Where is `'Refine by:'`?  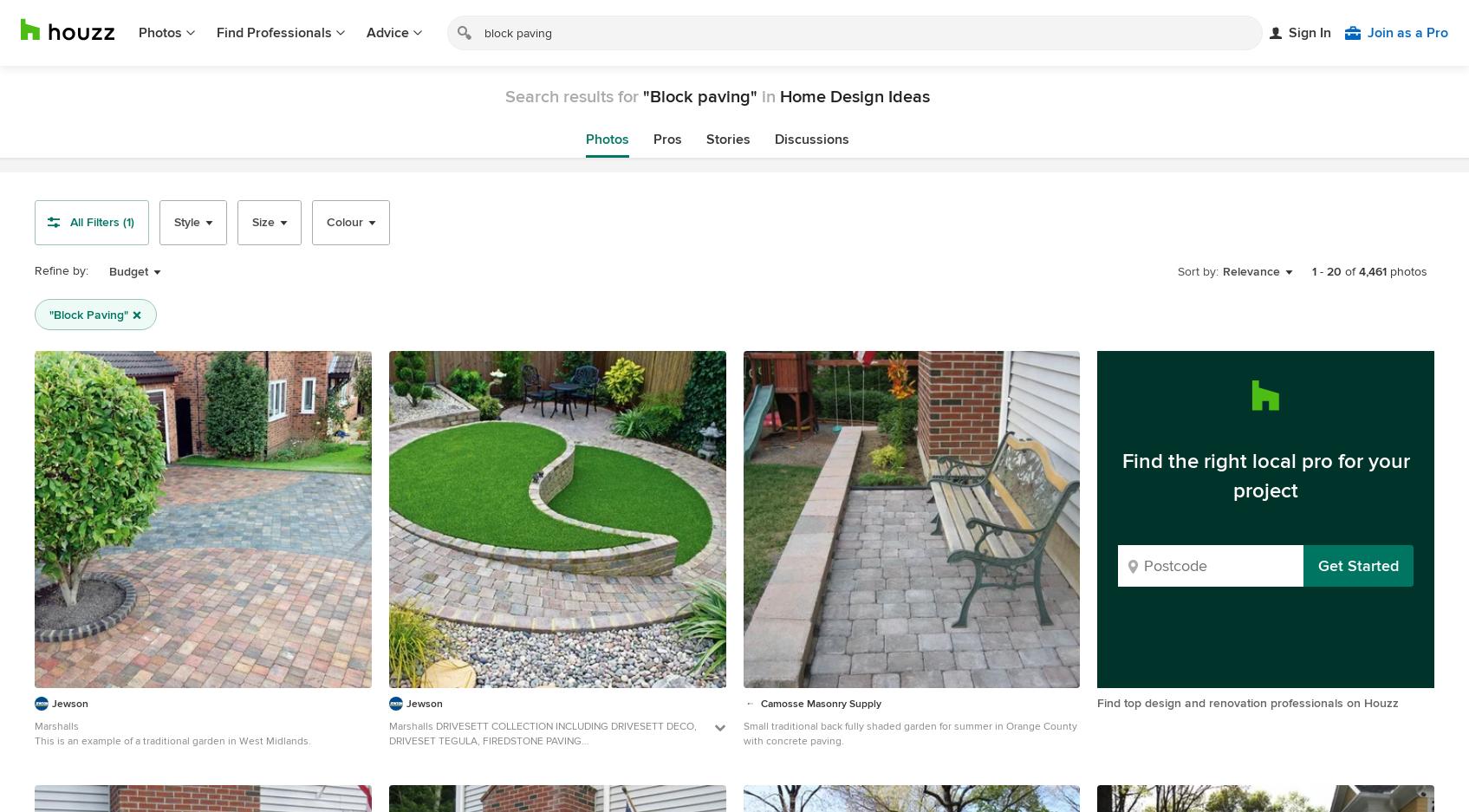
'Refine by:' is located at coordinates (61, 270).